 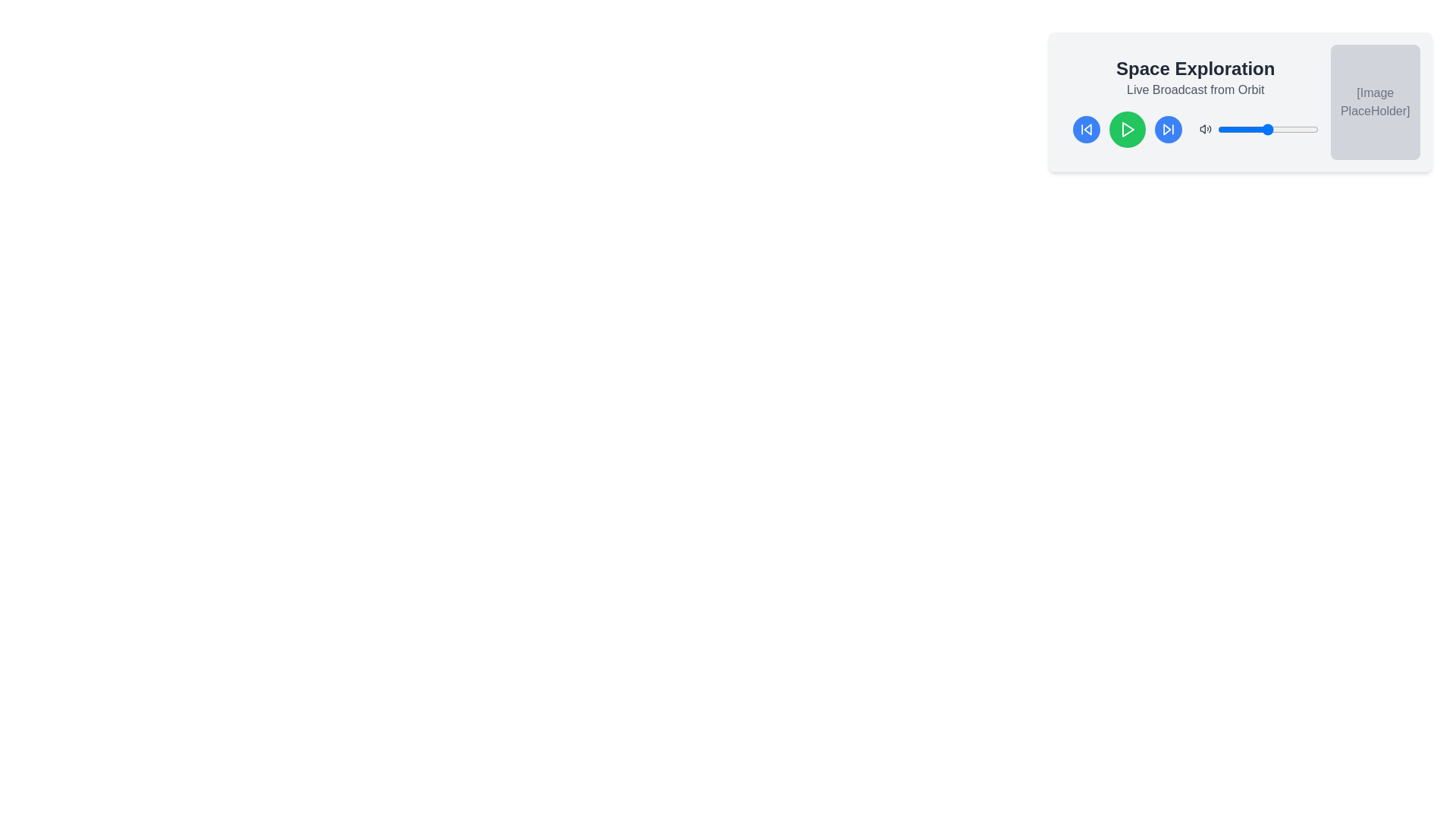 What do you see at coordinates (1306, 128) in the screenshot?
I see `the slider value` at bounding box center [1306, 128].